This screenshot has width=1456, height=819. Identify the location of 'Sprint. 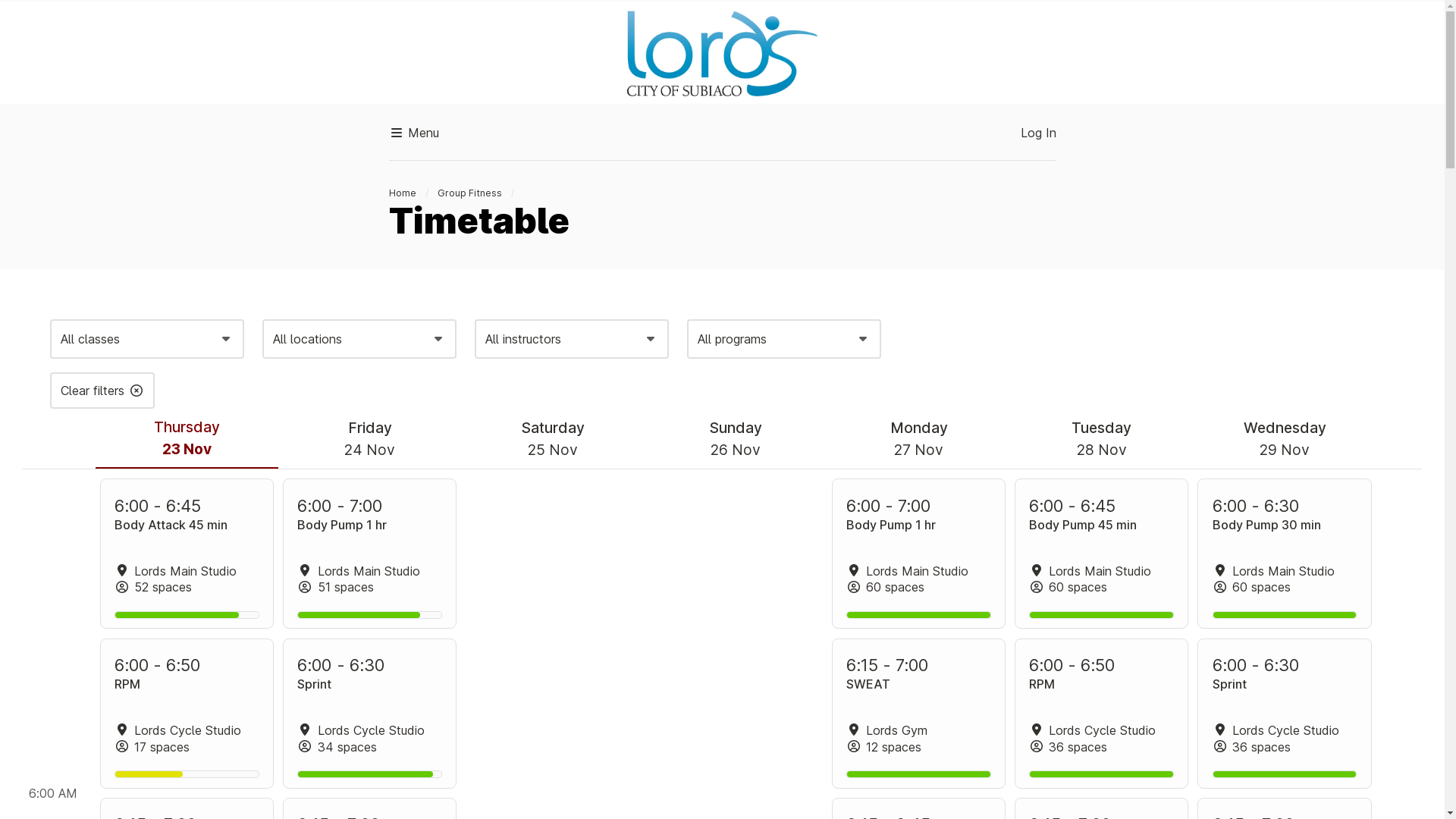
(369, 714).